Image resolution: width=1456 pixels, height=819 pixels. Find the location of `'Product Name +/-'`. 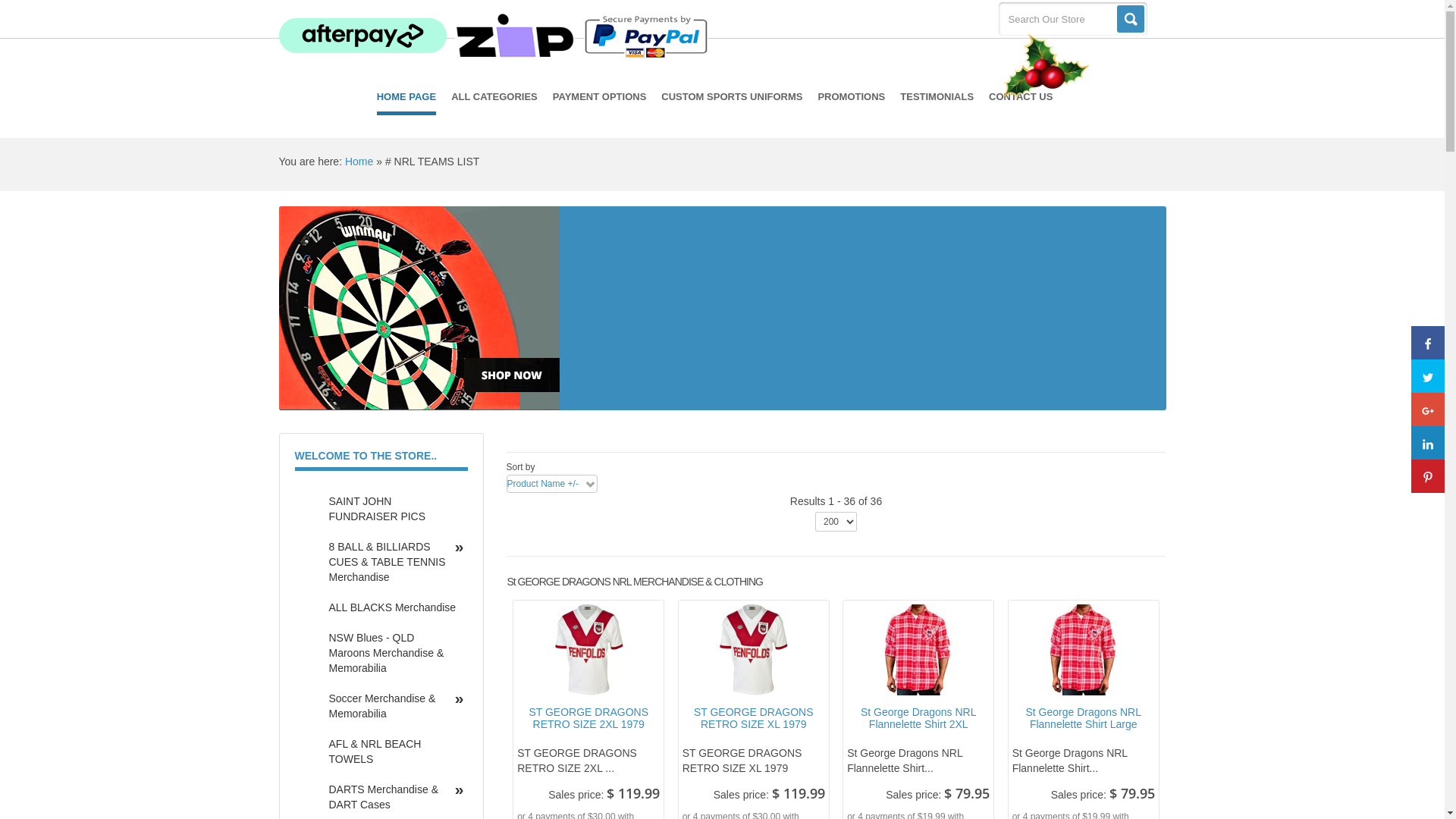

'Product Name +/-' is located at coordinates (506, 484).